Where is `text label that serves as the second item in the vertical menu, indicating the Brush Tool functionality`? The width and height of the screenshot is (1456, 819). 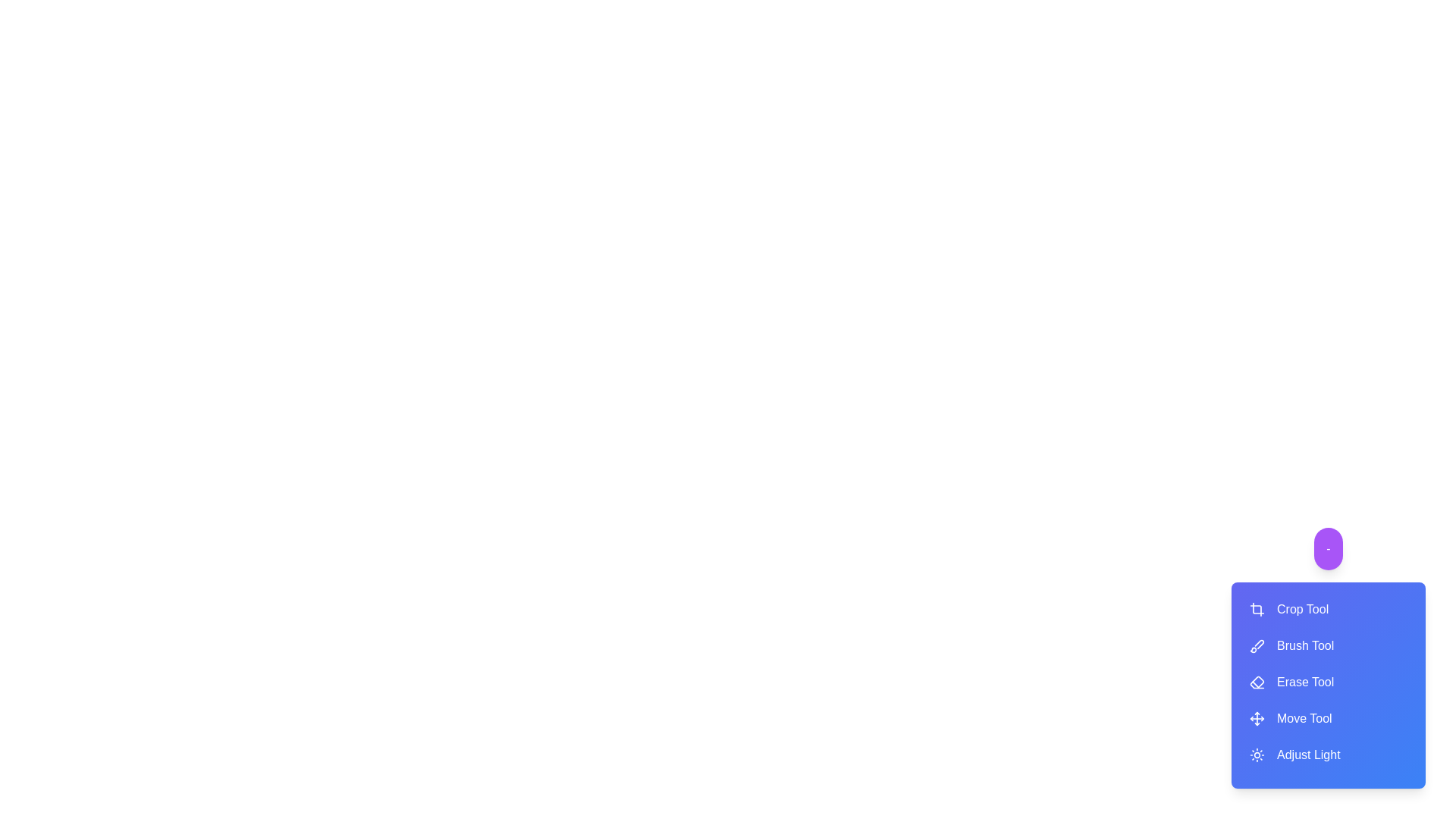
text label that serves as the second item in the vertical menu, indicating the Brush Tool functionality is located at coordinates (1304, 646).